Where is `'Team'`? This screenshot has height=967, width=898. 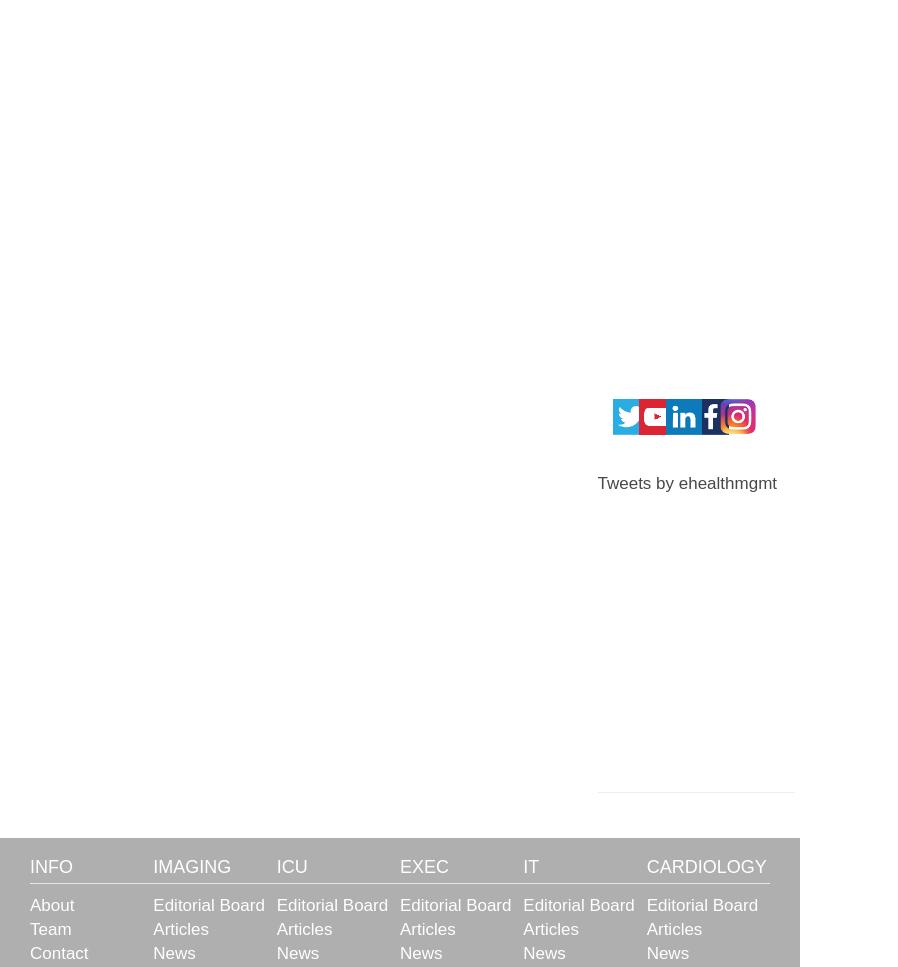
'Team' is located at coordinates (49, 929).